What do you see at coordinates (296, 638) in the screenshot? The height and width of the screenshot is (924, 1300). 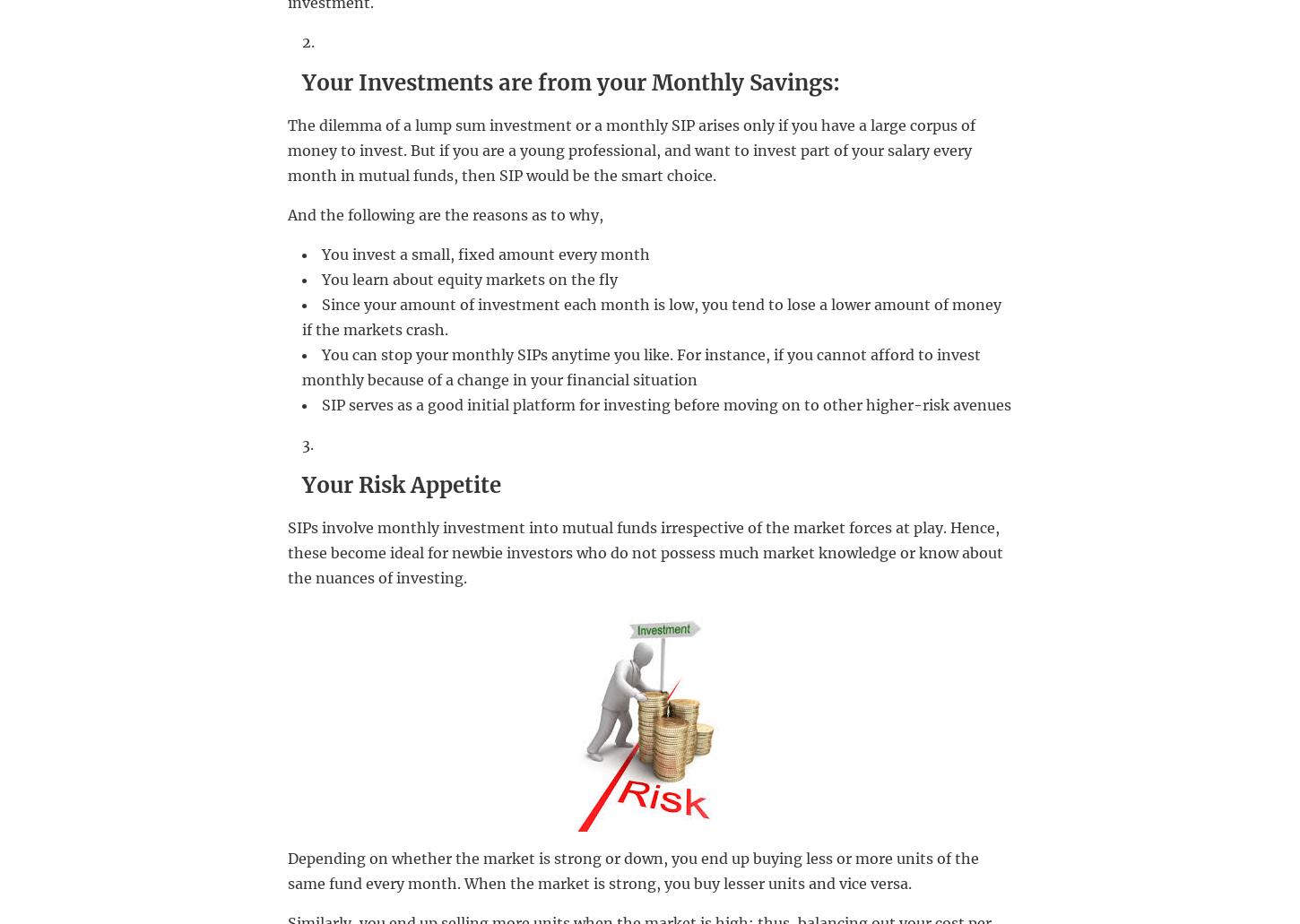 I see `'Delete Wechat Account ID'` at bounding box center [296, 638].